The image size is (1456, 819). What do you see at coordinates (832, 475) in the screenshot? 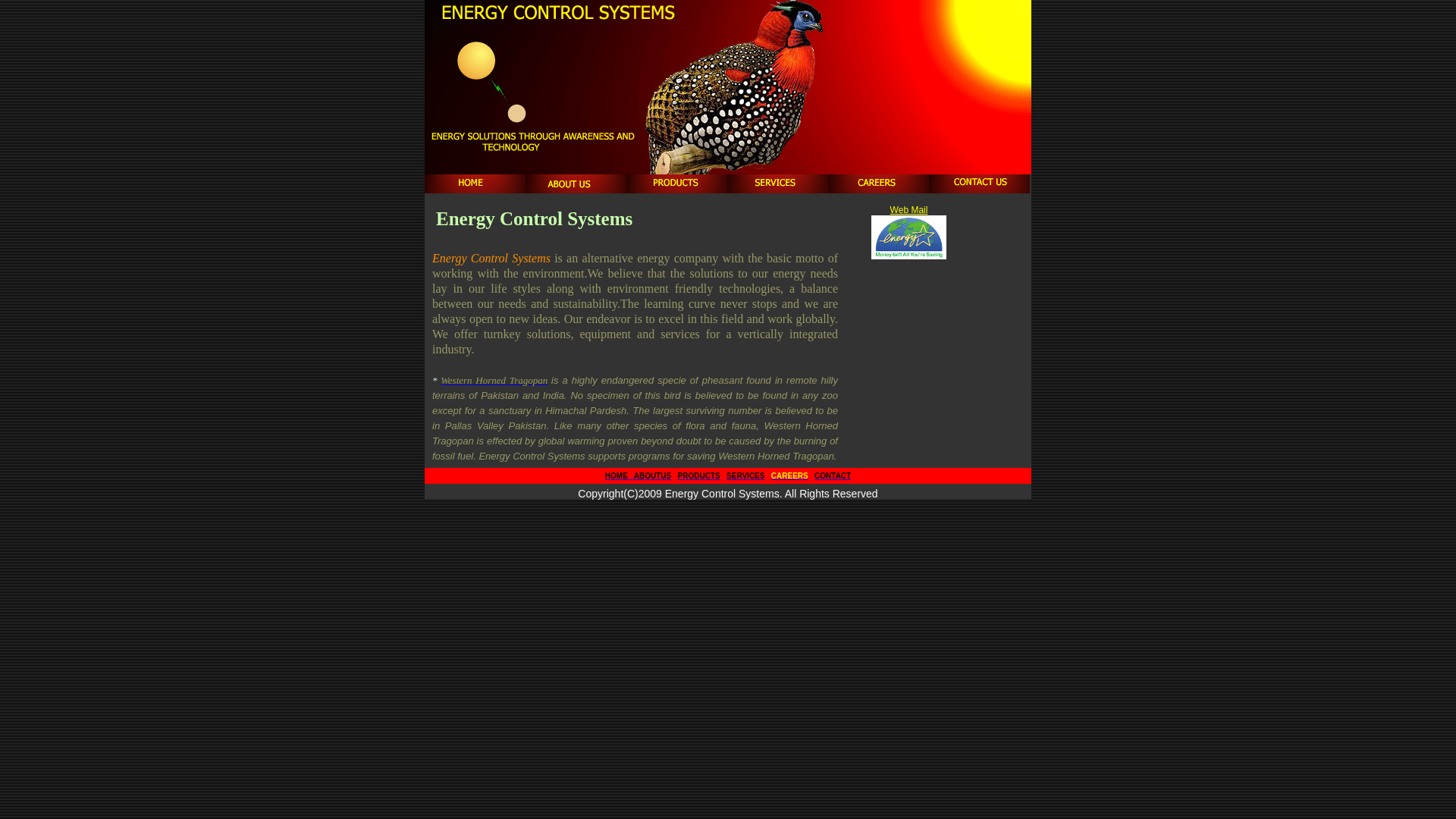
I see `'CONTACT'` at bounding box center [832, 475].